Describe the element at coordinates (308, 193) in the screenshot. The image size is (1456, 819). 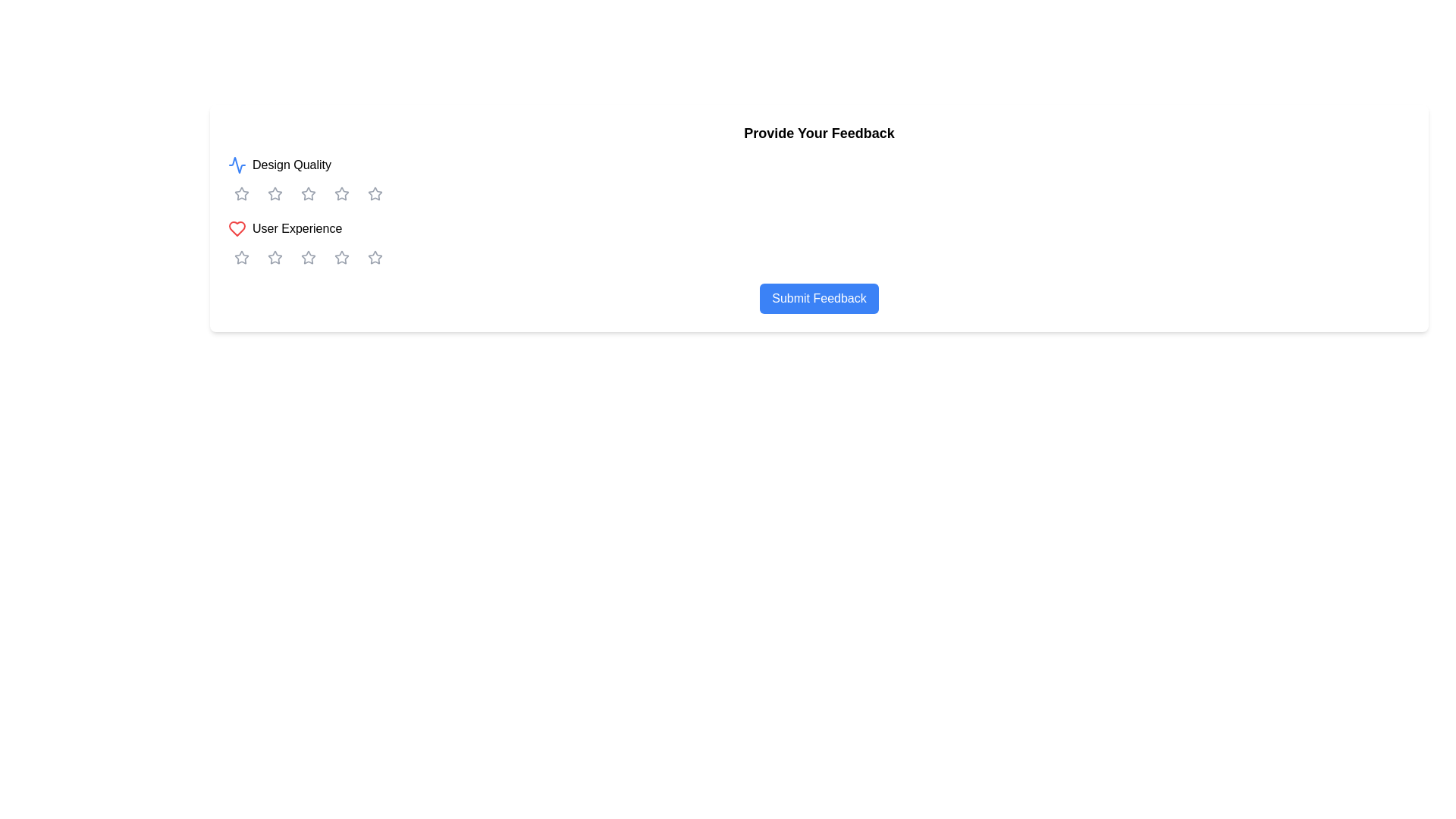
I see `the third star icon in the horizontal rating system under the 'Design Quality' section` at that location.